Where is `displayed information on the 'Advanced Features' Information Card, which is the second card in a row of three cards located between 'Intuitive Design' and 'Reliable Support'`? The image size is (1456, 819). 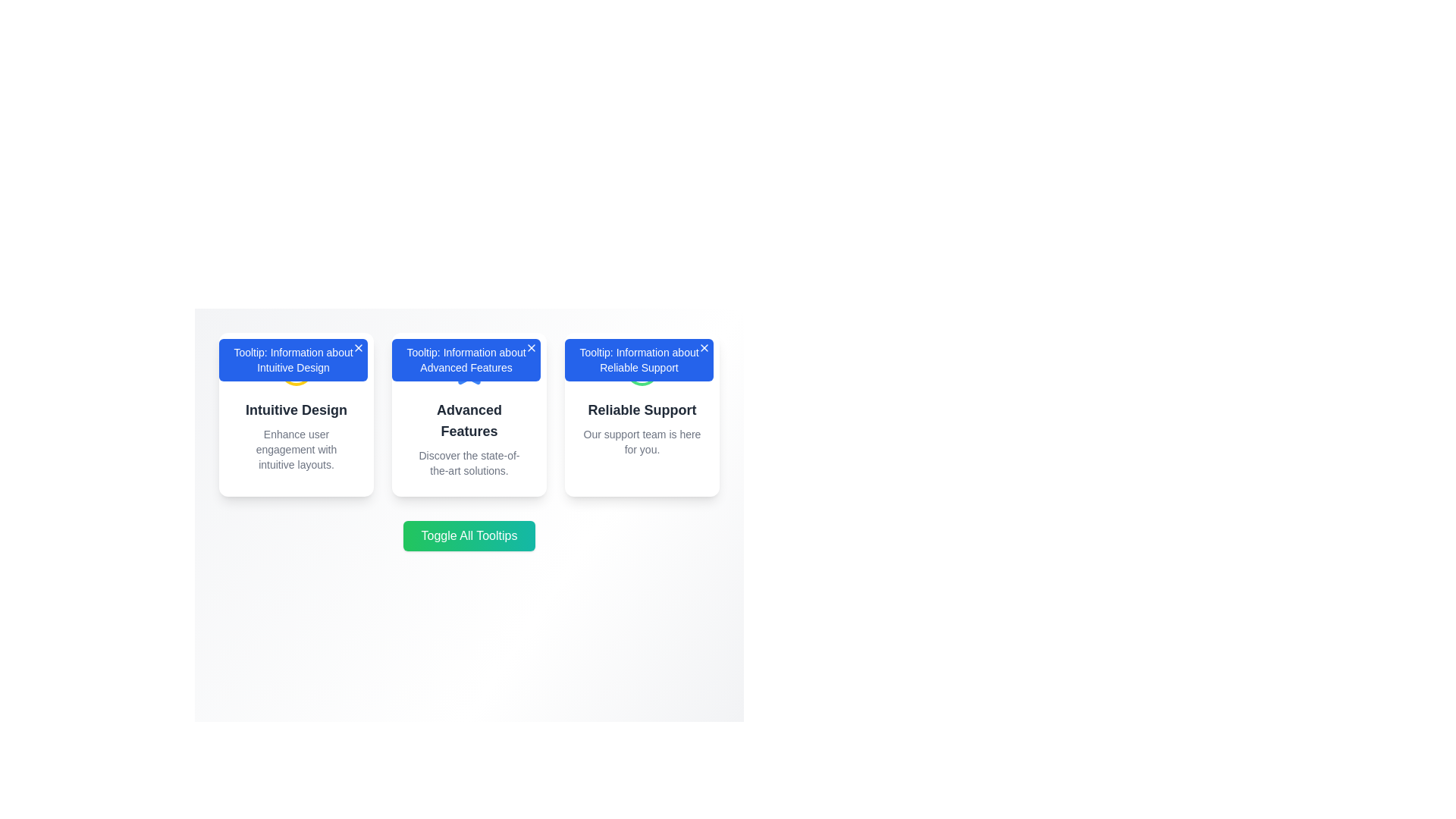 displayed information on the 'Advanced Features' Information Card, which is the second card in a row of three cards located between 'Intuitive Design' and 'Reliable Support' is located at coordinates (469, 415).